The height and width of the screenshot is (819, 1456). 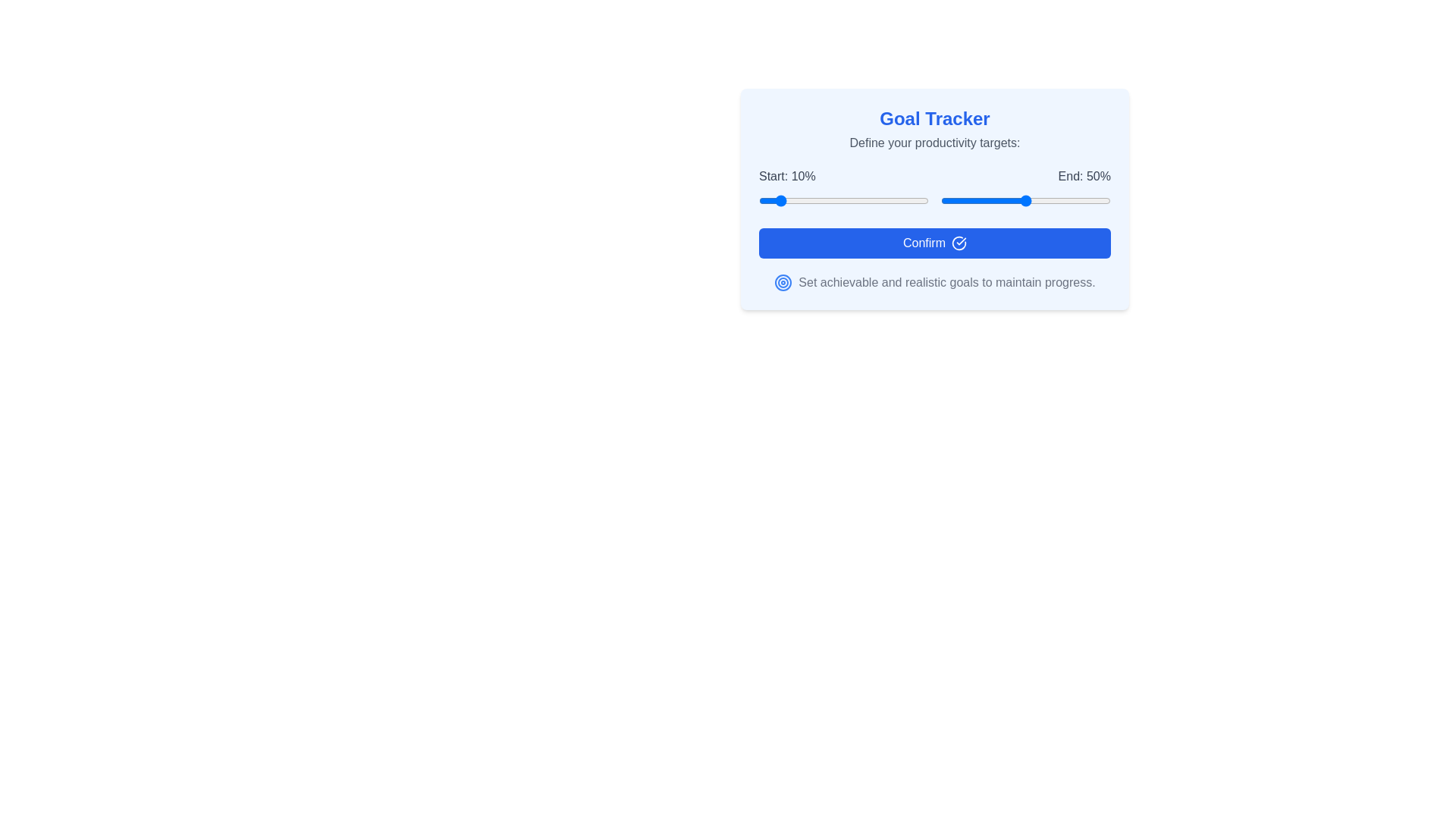 I want to click on the circular target icon with a blue outline and a small blue dot in the center, located to the left of the text 'Set achievable and realistic goals to maintain progress', so click(x=783, y=283).